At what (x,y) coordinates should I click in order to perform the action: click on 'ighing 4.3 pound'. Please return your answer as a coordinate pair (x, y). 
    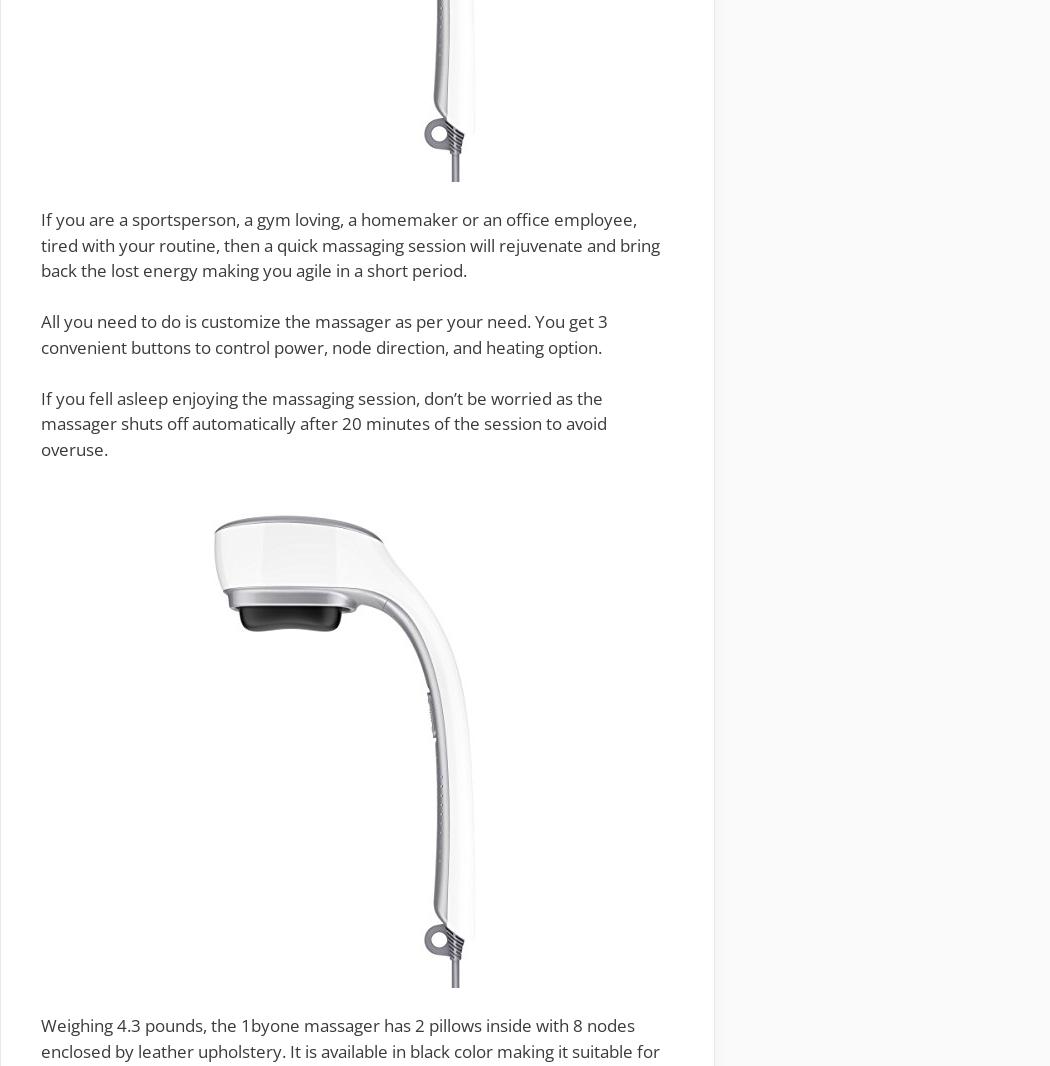
    Looking at the image, I should click on (130, 1025).